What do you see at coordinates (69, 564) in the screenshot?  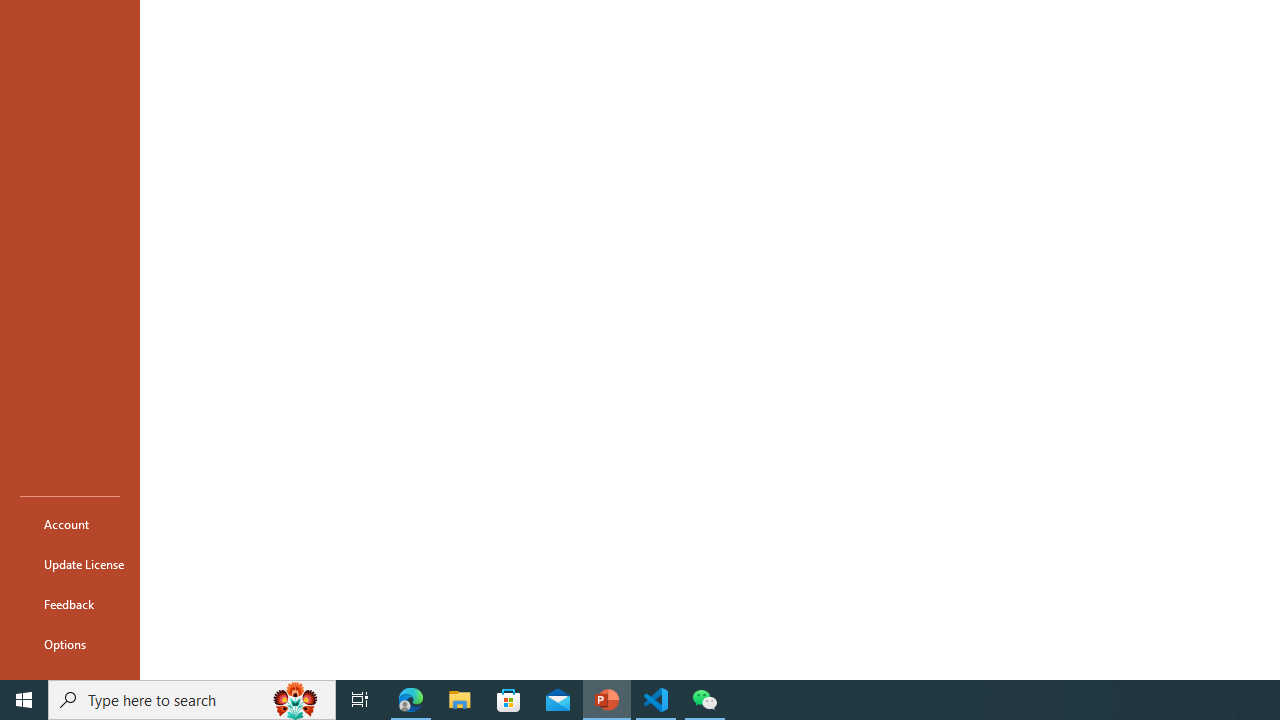 I see `'Update License'` at bounding box center [69, 564].